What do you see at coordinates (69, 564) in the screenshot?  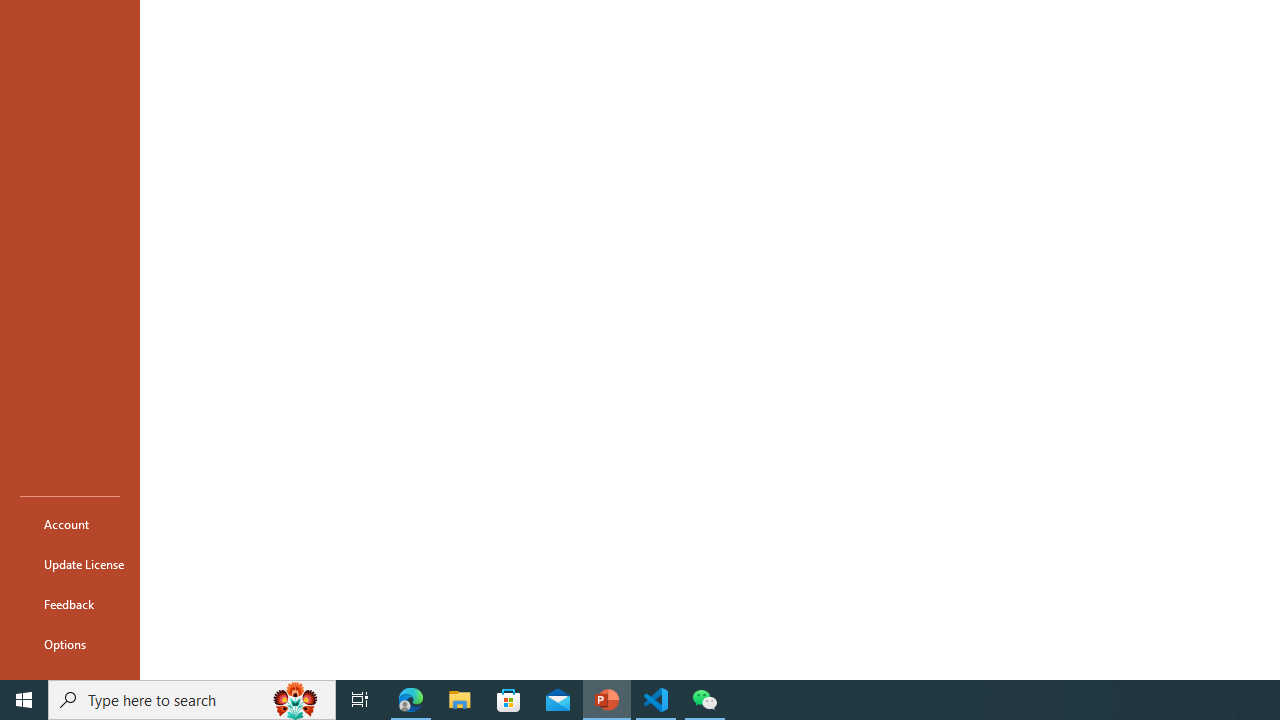 I see `'Update License'` at bounding box center [69, 564].